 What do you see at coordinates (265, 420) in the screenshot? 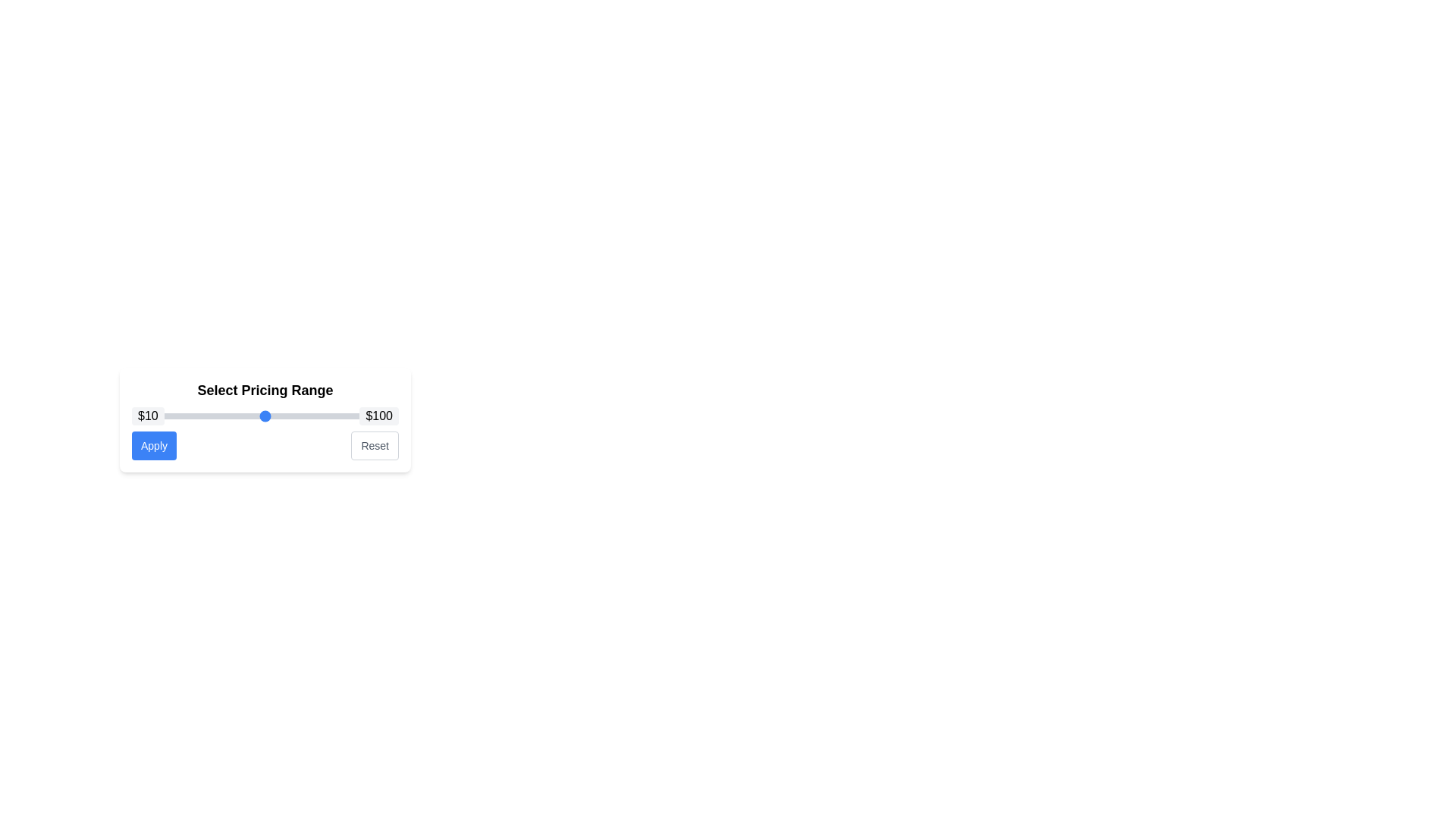
I see `the slider component of the Pricing range selector widget titled 'Select Pricing Range', which features a white background, rounded corners, and labels for $10 and $100` at bounding box center [265, 420].